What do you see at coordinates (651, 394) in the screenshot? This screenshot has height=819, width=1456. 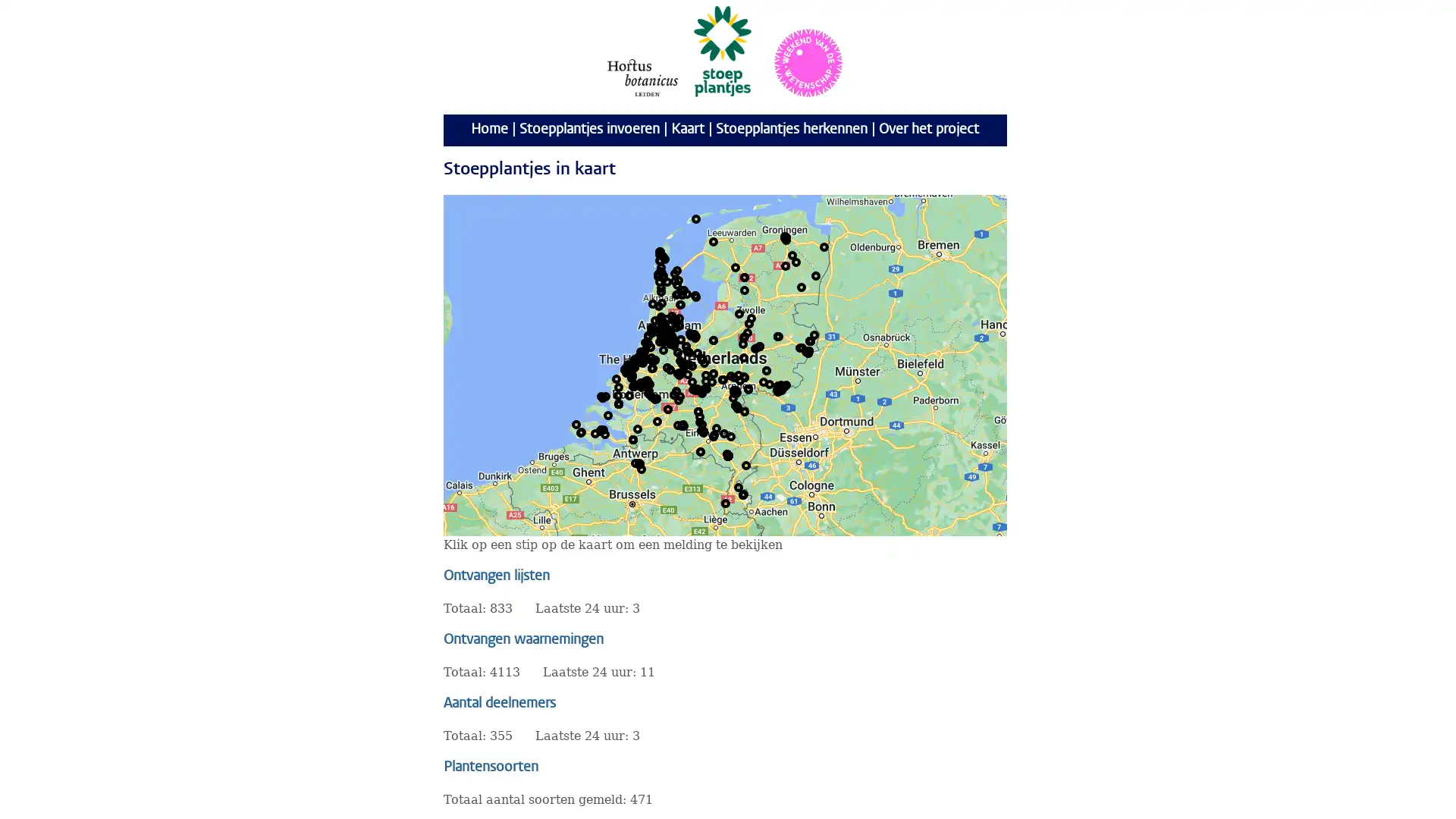 I see `Telling van op 06 november 2021` at bounding box center [651, 394].